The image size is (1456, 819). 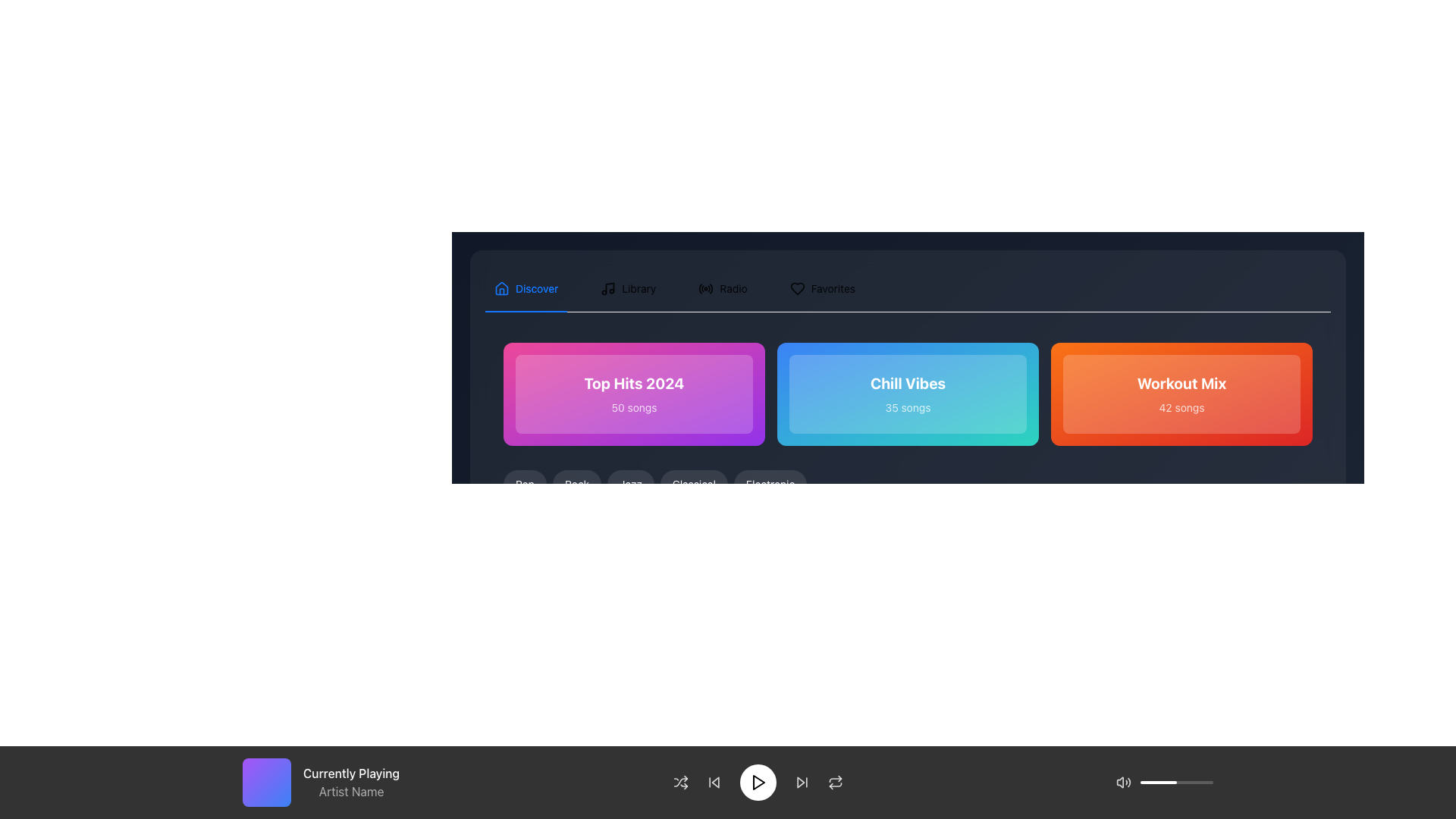 What do you see at coordinates (1210, 783) in the screenshot?
I see `the slider position` at bounding box center [1210, 783].